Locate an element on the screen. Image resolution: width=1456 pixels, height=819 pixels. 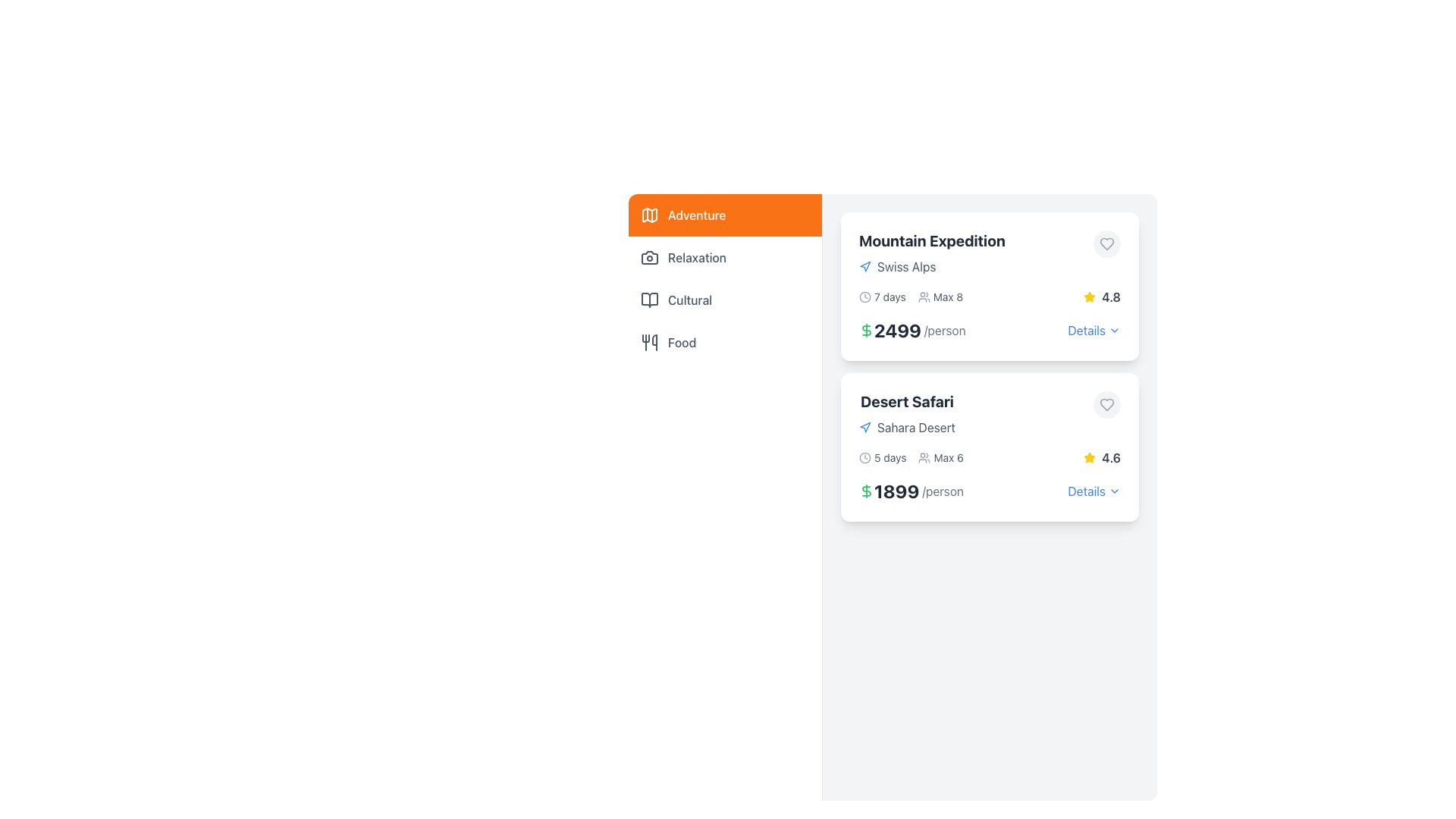
the dropdown icon to the right of the 'Details' text, which indicates an expandable section for the 'Mountain Expedition' is located at coordinates (1114, 329).